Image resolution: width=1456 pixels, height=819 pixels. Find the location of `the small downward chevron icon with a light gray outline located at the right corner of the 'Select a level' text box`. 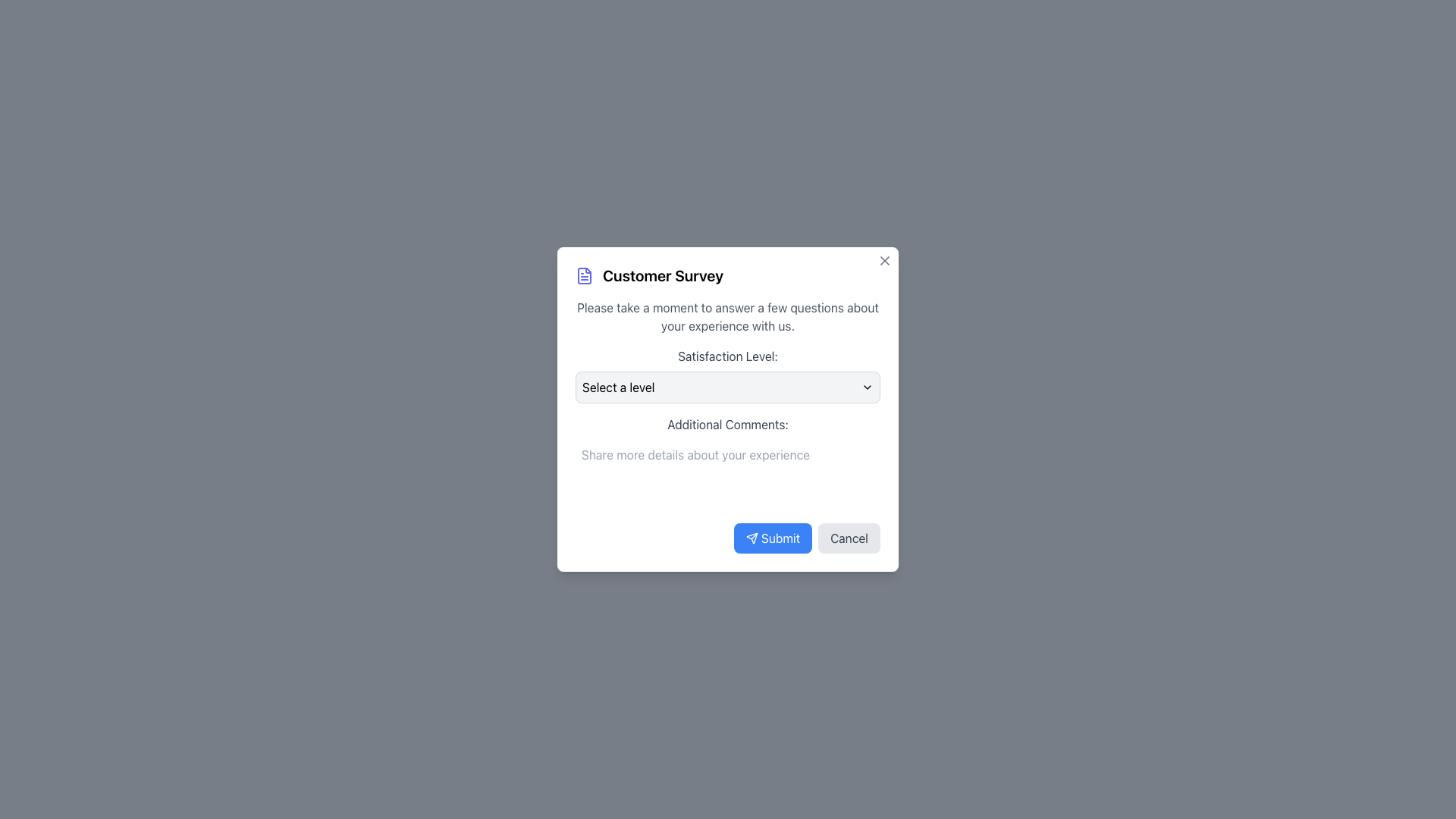

the small downward chevron icon with a light gray outline located at the right corner of the 'Select a level' text box is located at coordinates (867, 386).